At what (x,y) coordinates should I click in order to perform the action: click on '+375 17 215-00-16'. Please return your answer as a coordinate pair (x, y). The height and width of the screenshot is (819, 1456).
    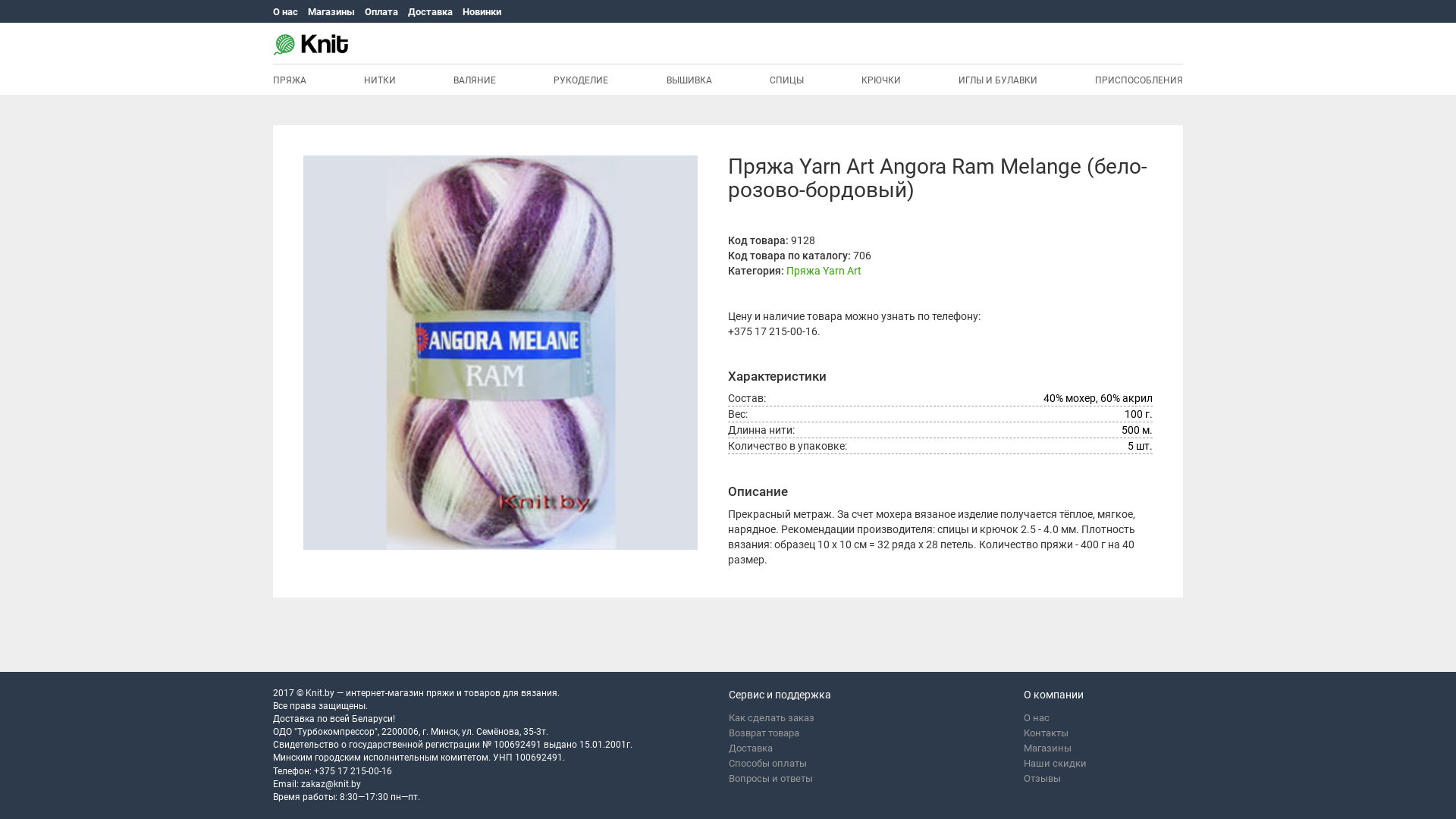
    Looking at the image, I should click on (772, 330).